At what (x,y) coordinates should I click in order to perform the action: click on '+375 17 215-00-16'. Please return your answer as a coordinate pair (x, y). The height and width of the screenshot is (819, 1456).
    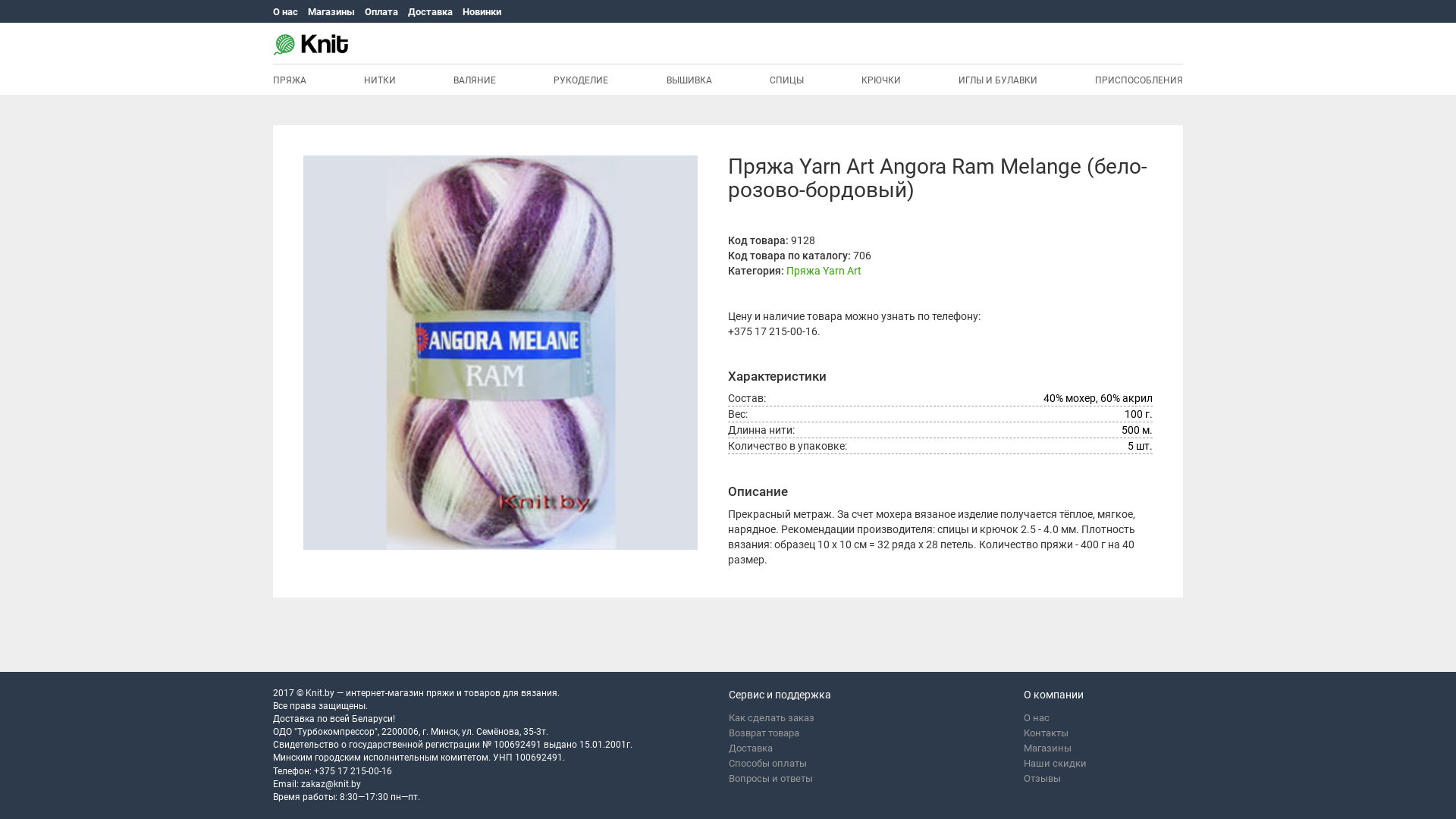
    Looking at the image, I should click on (772, 330).